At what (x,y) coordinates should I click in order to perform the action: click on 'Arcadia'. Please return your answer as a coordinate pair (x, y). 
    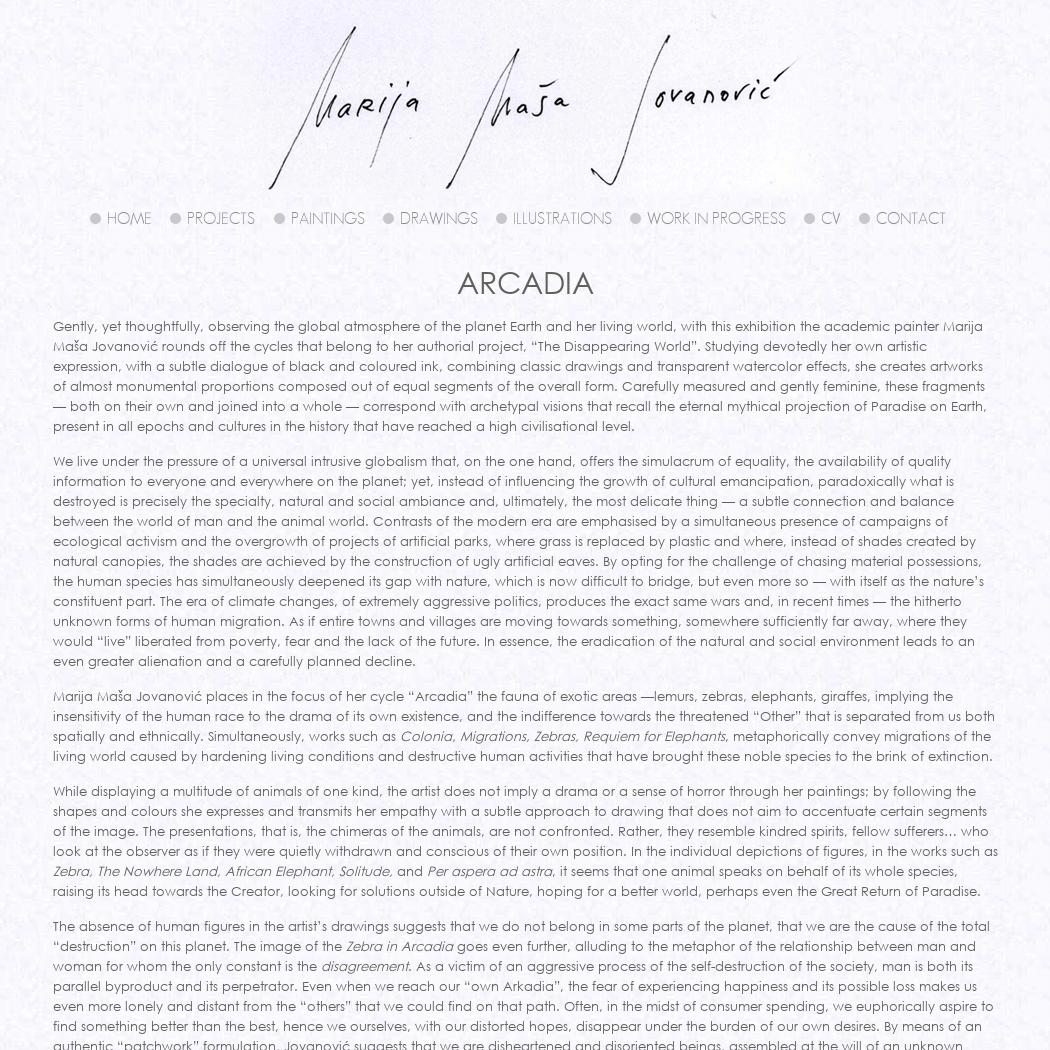
    Looking at the image, I should click on (523, 281).